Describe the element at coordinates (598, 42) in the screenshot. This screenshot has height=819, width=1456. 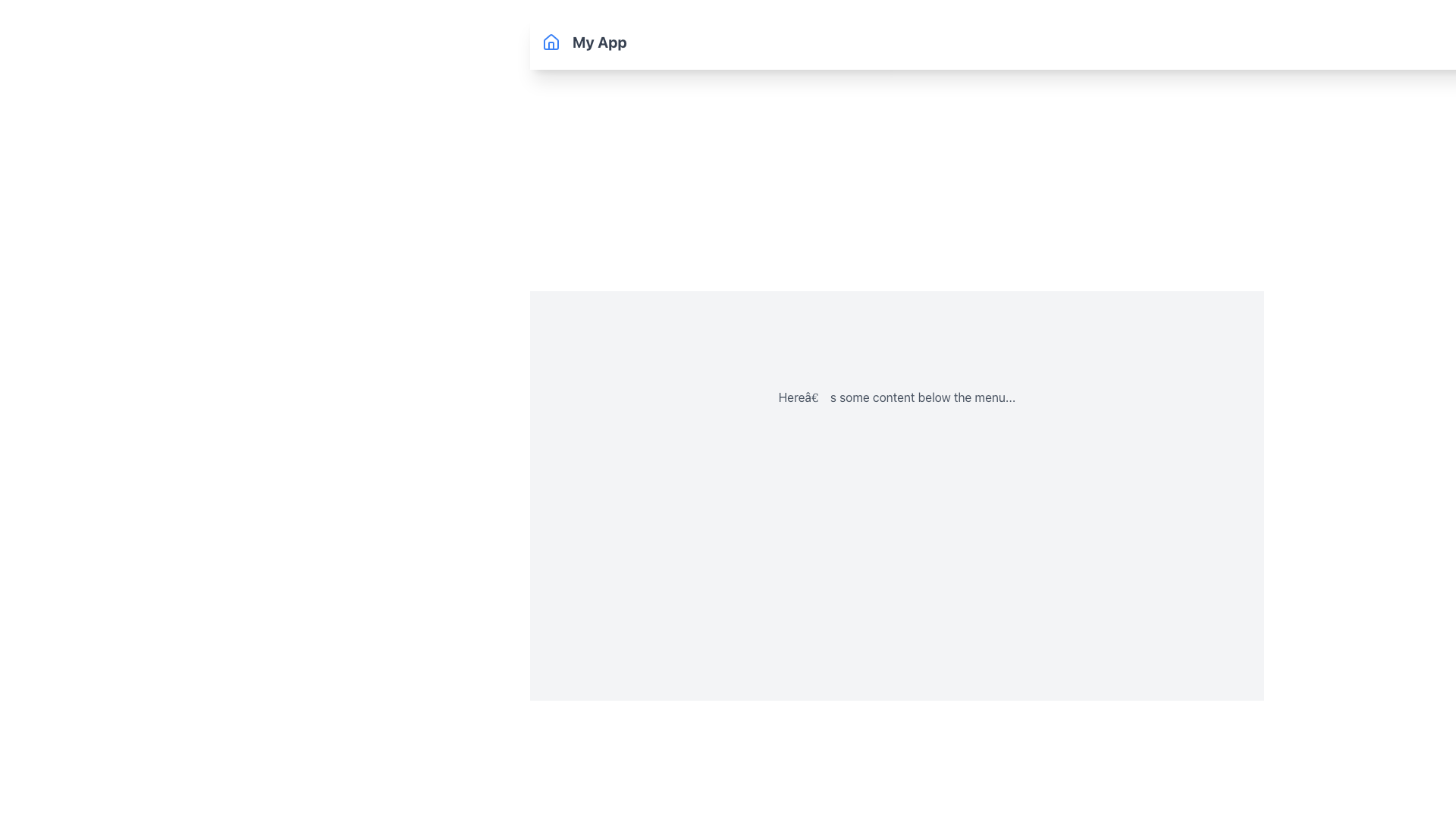
I see `branding text element located to the right of the blue house icon in the navigation bar at the top of the interface` at that location.